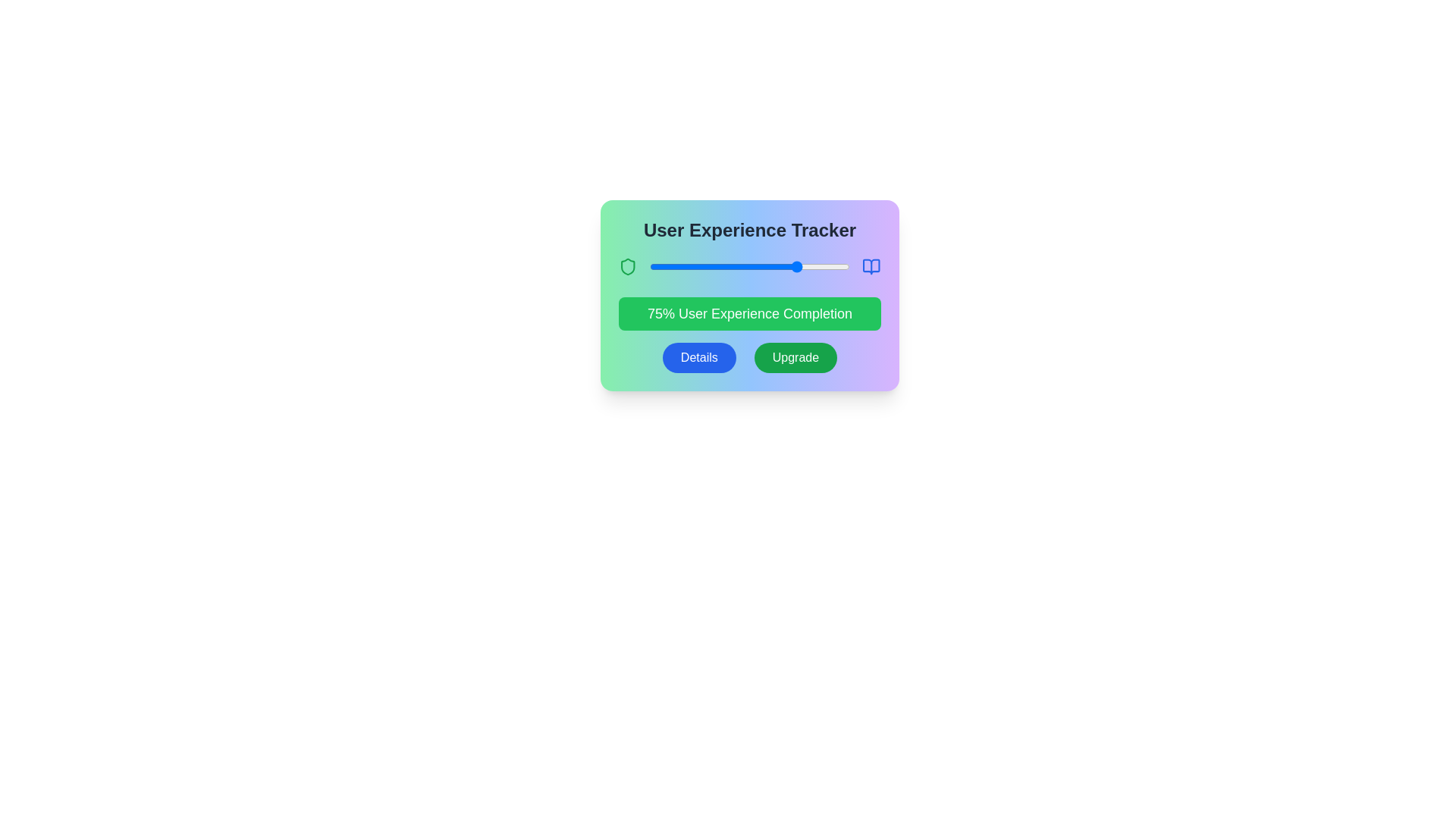 The height and width of the screenshot is (819, 1456). Describe the element at coordinates (698, 357) in the screenshot. I see `the 'Details' button to view more information` at that location.